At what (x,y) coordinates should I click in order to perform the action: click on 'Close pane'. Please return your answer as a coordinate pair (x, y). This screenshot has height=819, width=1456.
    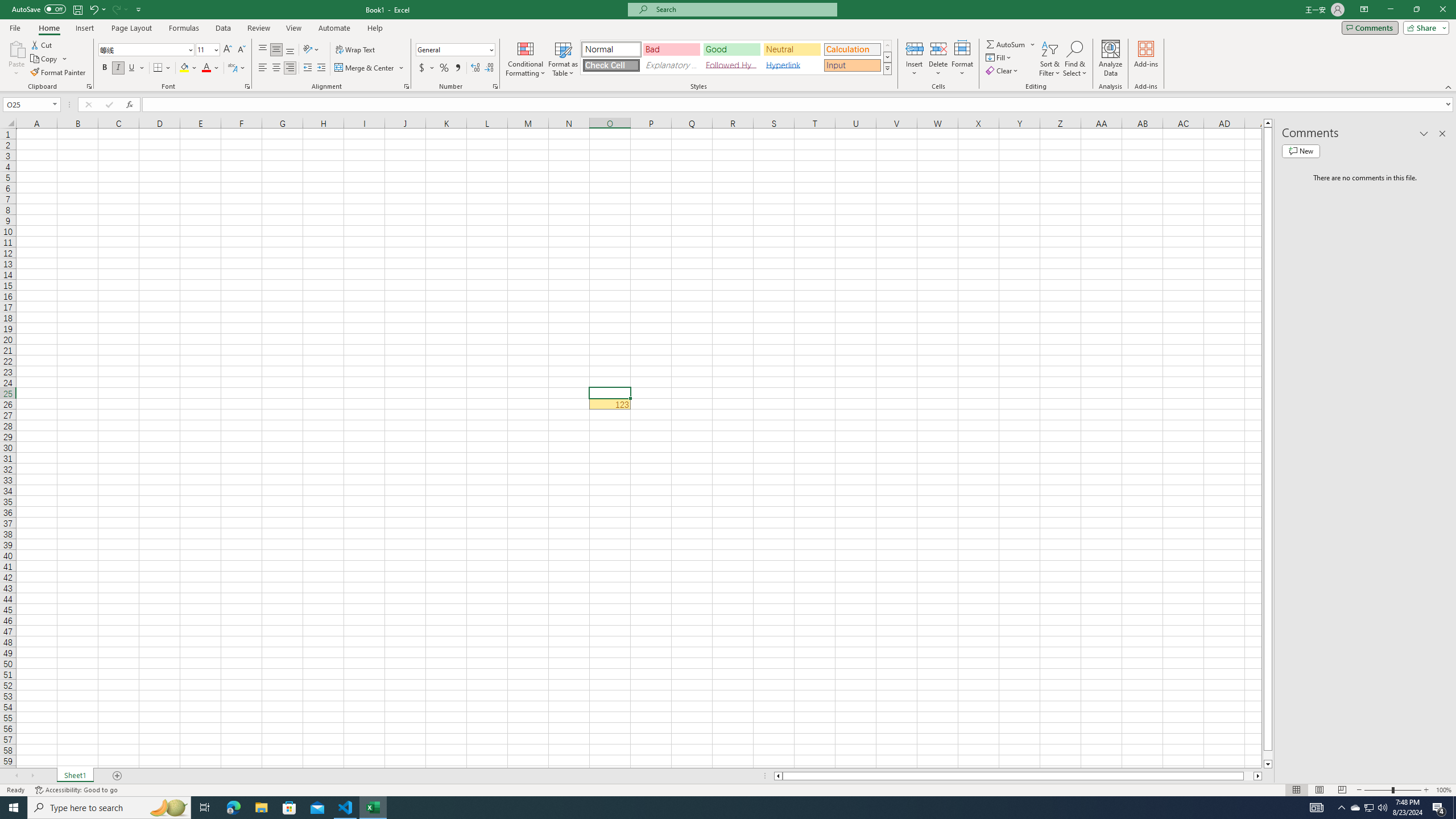
    Looking at the image, I should click on (1442, 133).